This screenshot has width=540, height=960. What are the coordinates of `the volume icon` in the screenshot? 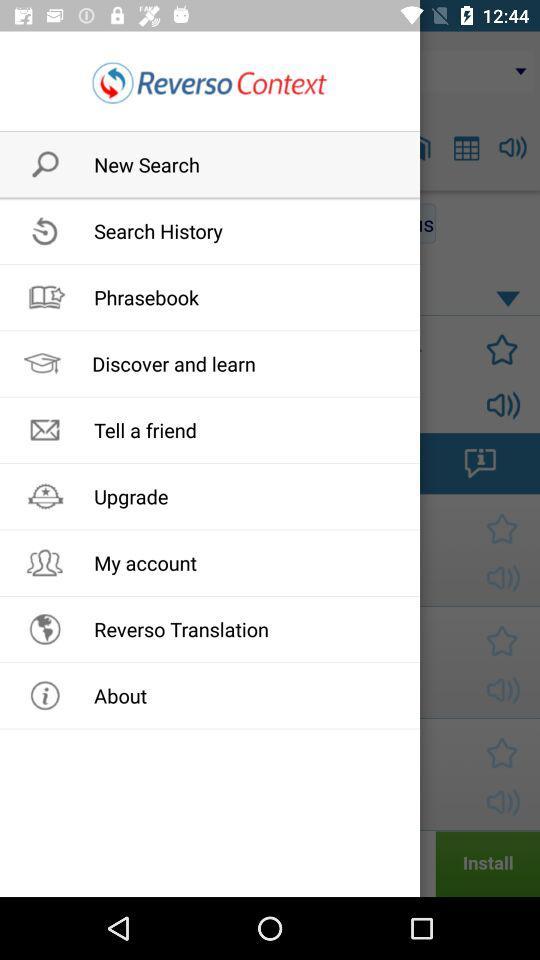 It's located at (513, 146).